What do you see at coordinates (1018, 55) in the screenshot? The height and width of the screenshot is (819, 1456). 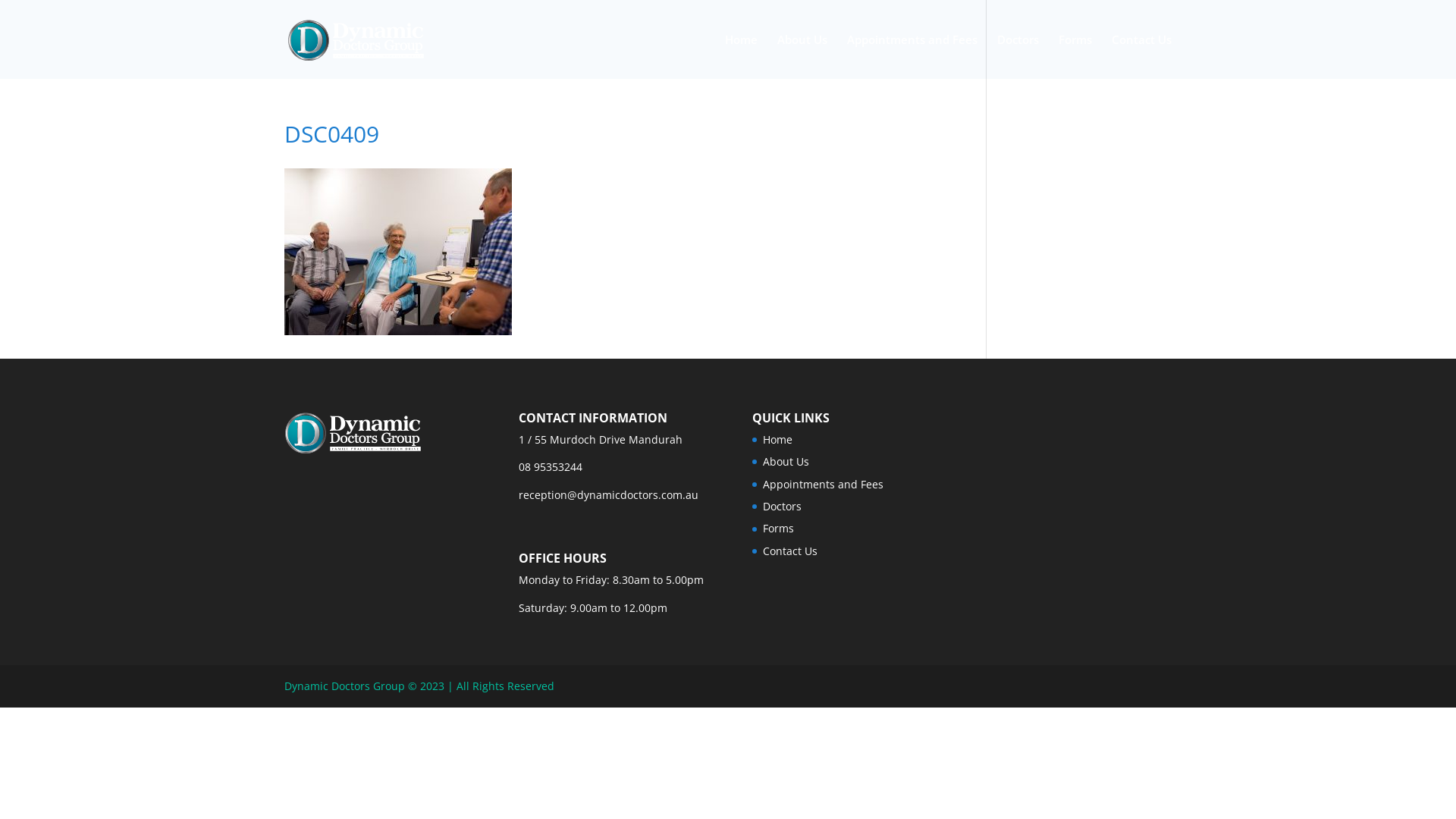 I see `'Doctors'` at bounding box center [1018, 55].